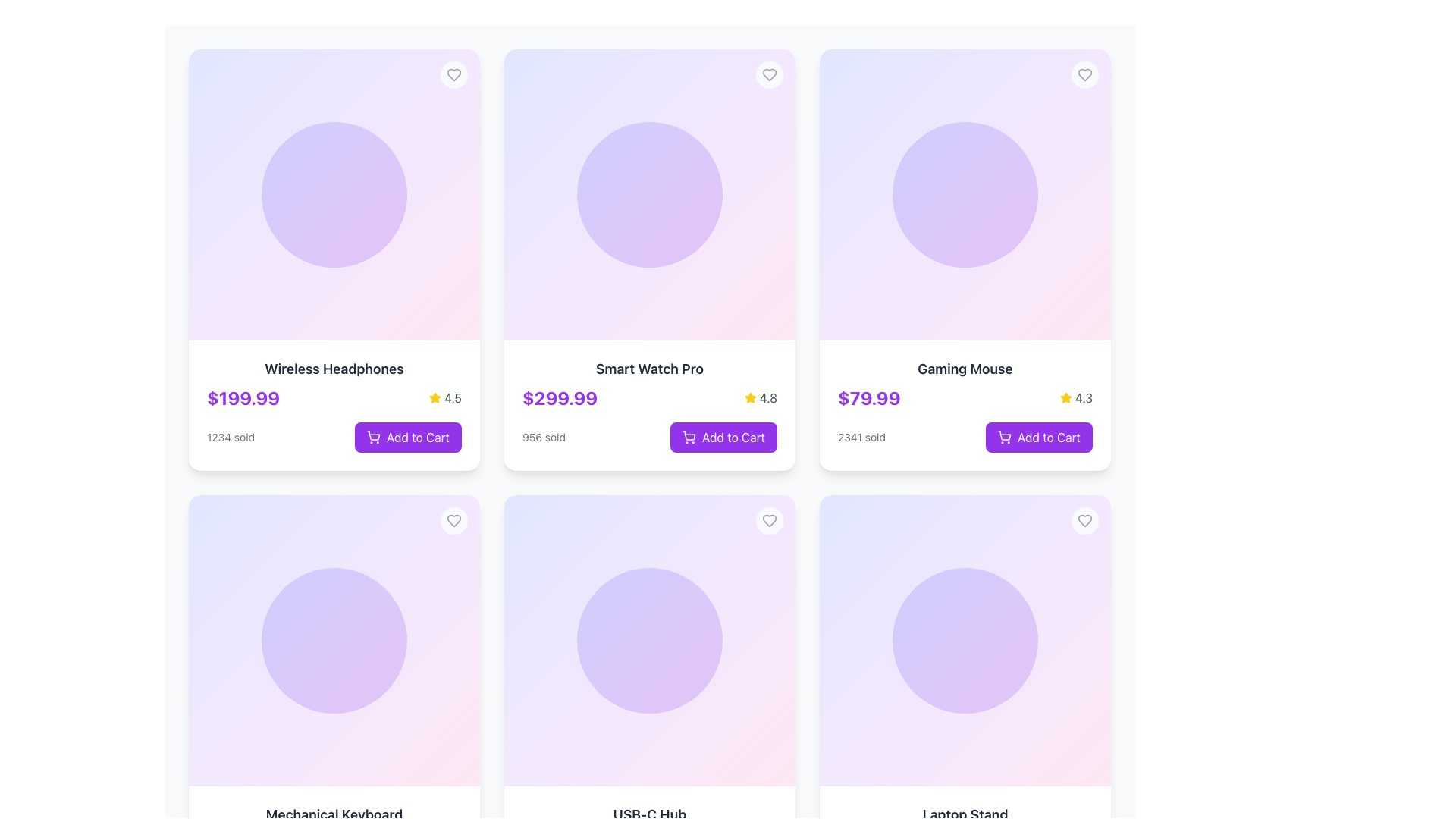 The height and width of the screenshot is (819, 1456). I want to click on the circular 'like' button with a heart icon, so click(1084, 519).